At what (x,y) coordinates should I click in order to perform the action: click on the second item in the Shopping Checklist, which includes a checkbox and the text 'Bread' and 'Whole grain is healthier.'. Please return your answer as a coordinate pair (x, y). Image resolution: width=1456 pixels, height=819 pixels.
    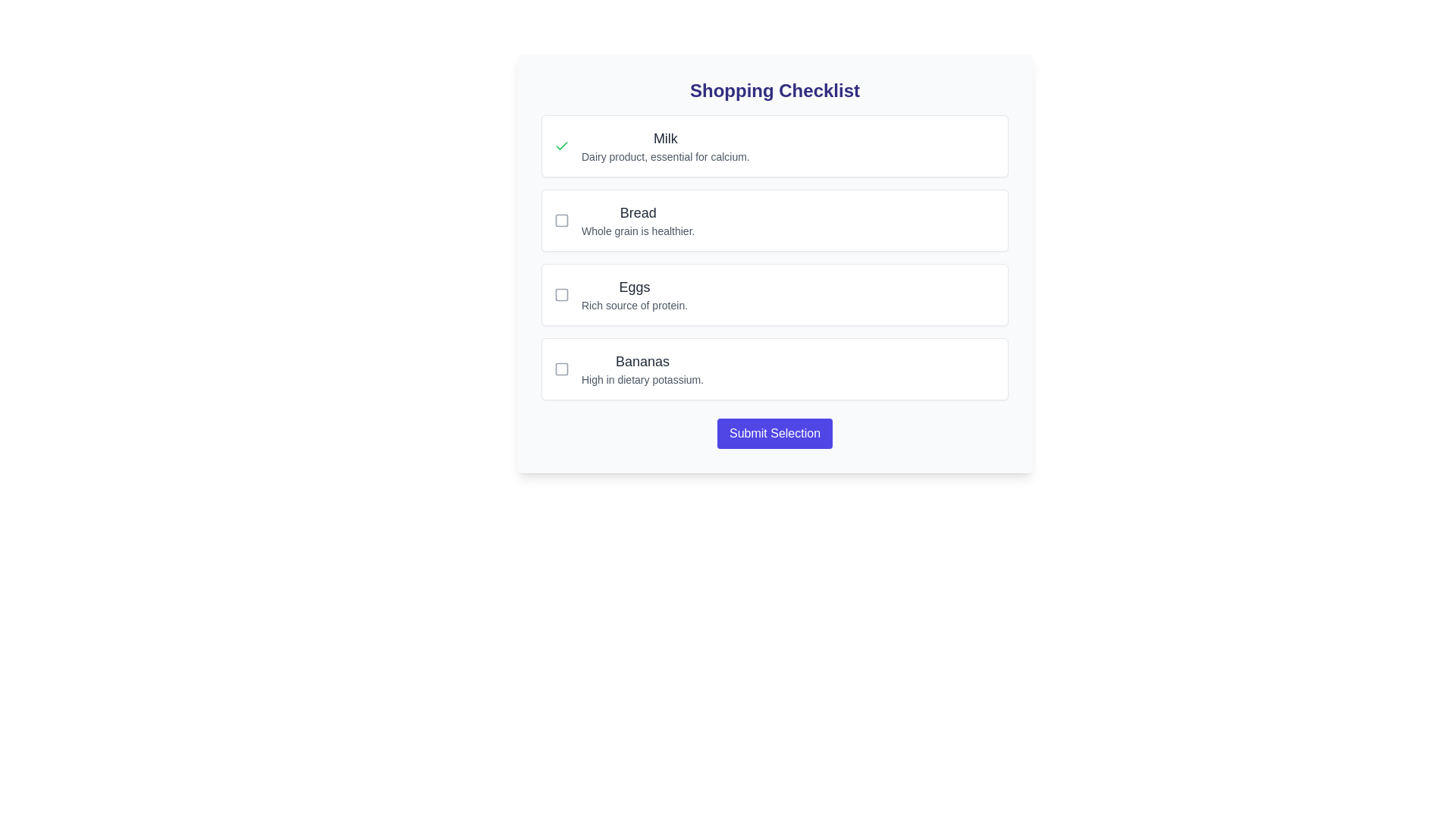
    Looking at the image, I should click on (624, 220).